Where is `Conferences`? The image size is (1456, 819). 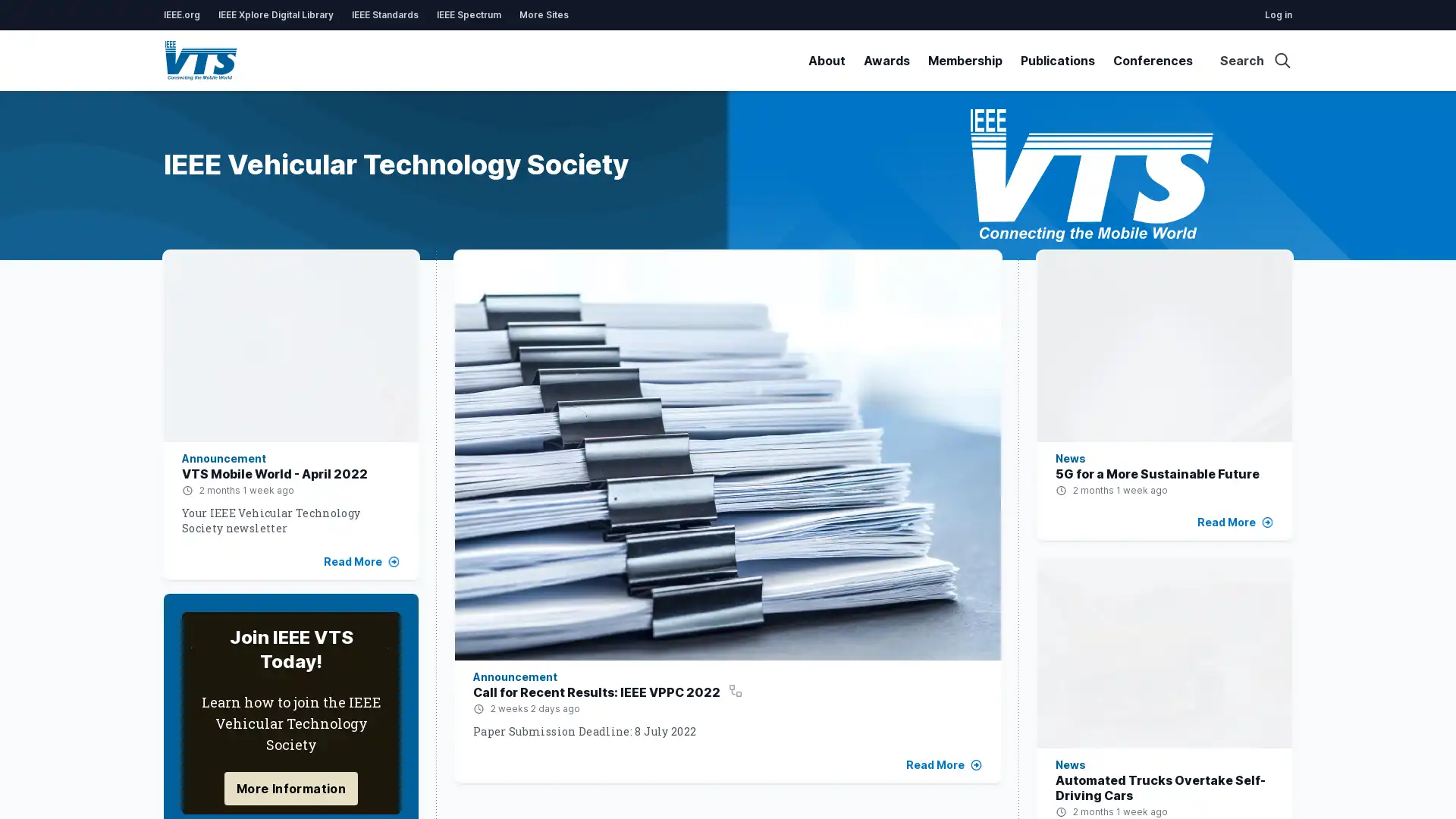
Conferences is located at coordinates (1153, 60).